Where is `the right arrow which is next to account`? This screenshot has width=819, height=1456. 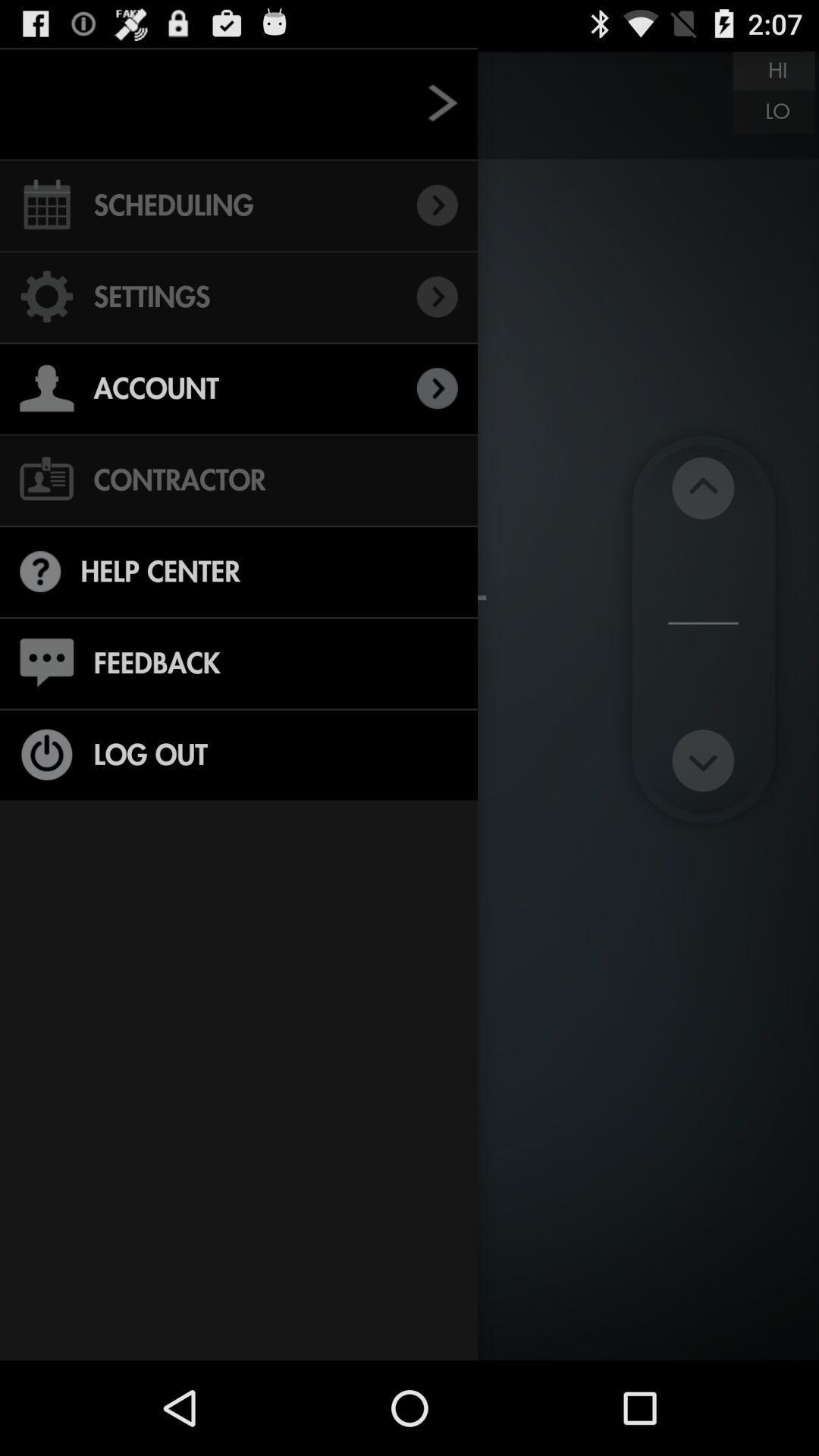
the right arrow which is next to account is located at coordinates (438, 388).